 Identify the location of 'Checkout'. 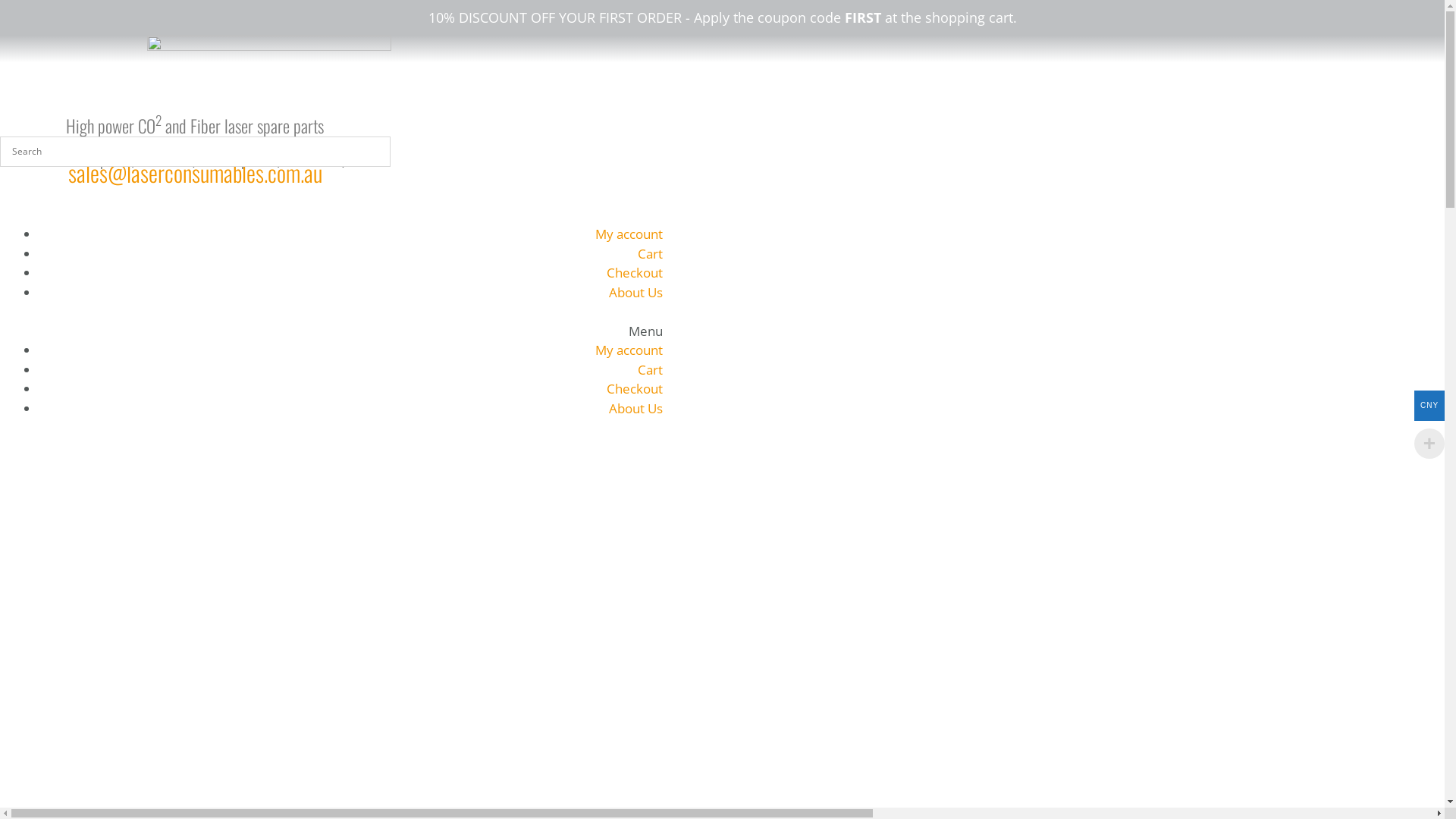
(607, 271).